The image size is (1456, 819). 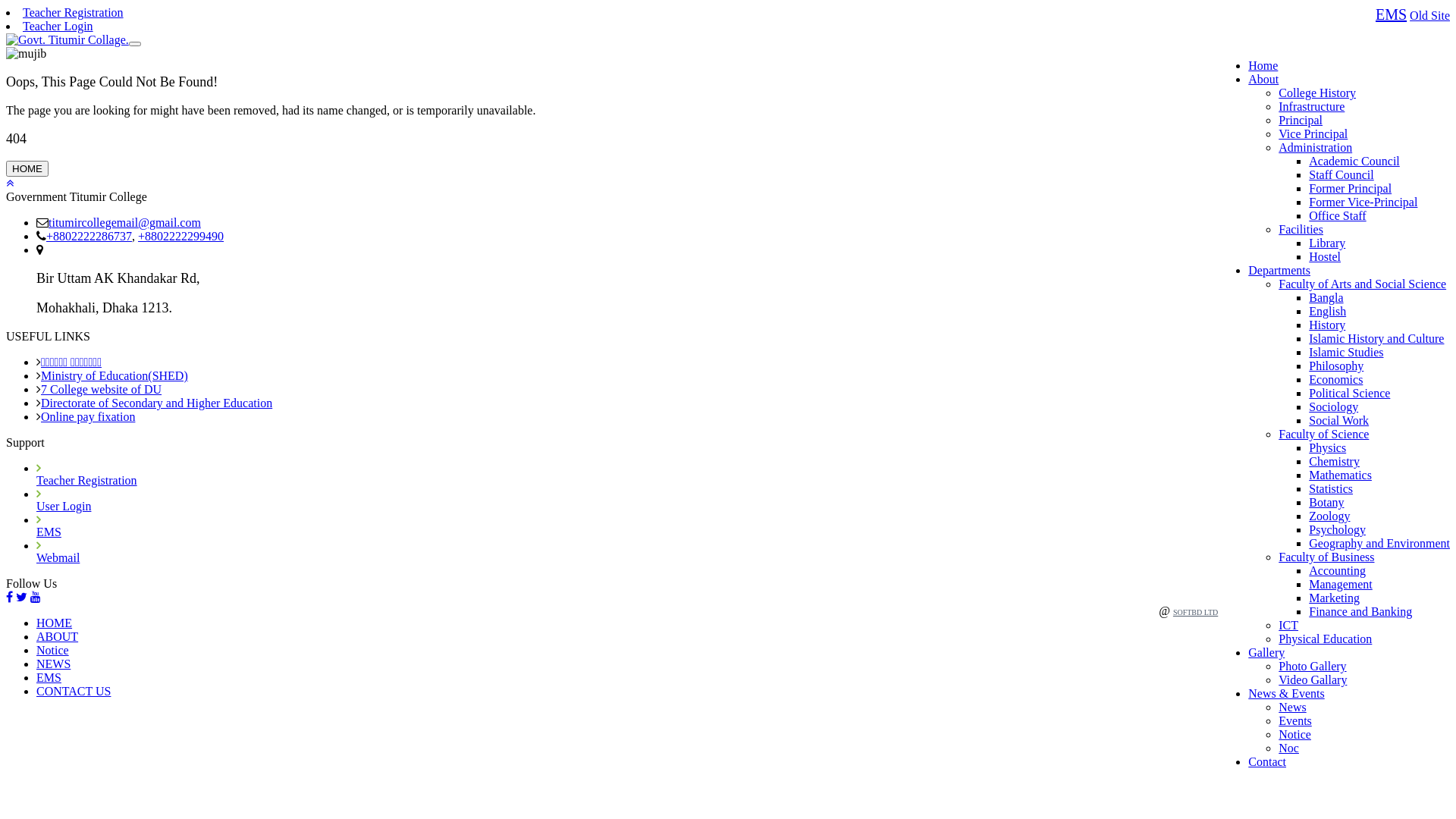 I want to click on 'Gallery', so click(x=1266, y=651).